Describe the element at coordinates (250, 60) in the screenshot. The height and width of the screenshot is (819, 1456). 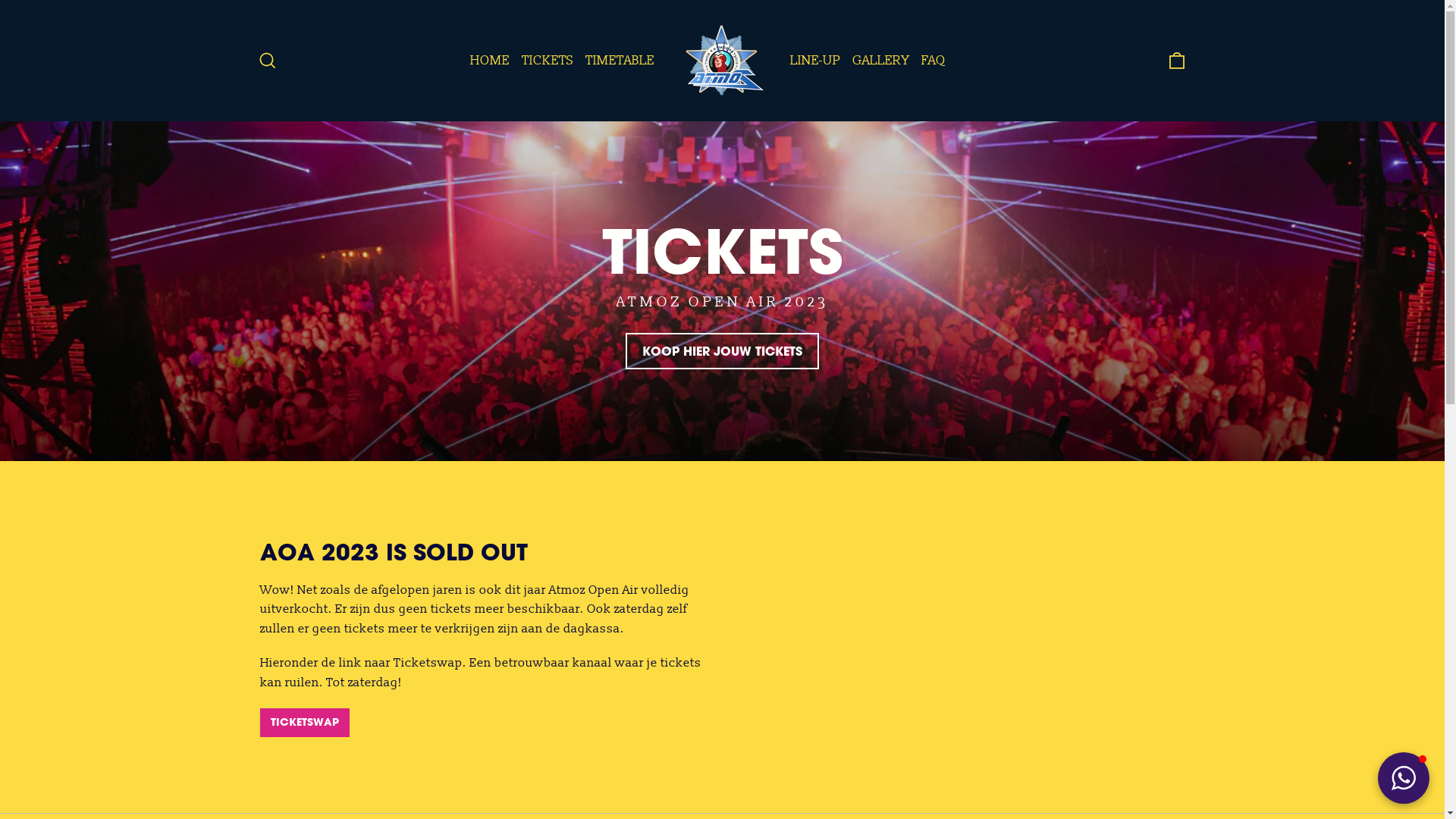
I see `'Search'` at that location.